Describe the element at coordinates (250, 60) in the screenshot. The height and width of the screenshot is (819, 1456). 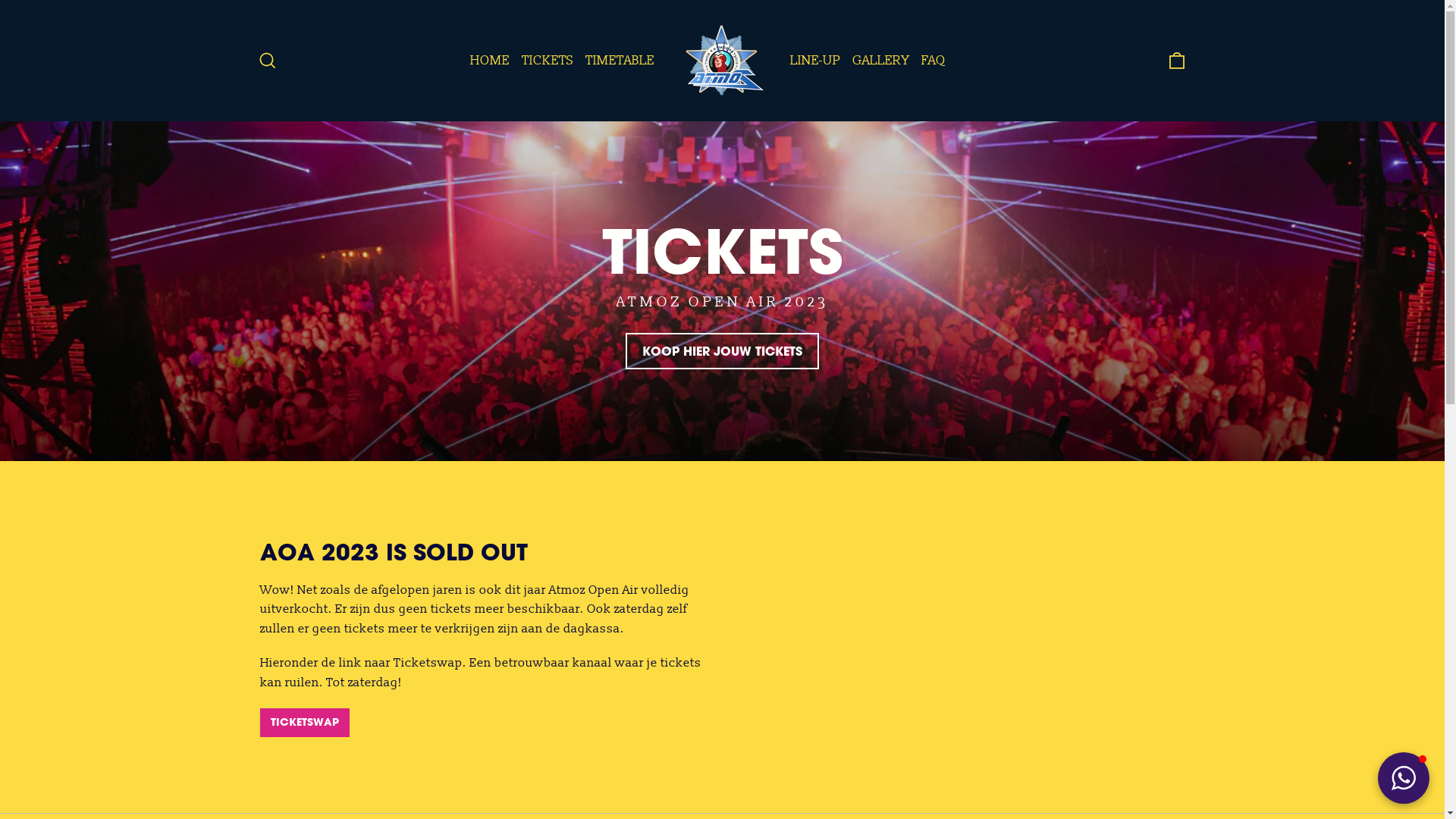
I see `'Search'` at that location.